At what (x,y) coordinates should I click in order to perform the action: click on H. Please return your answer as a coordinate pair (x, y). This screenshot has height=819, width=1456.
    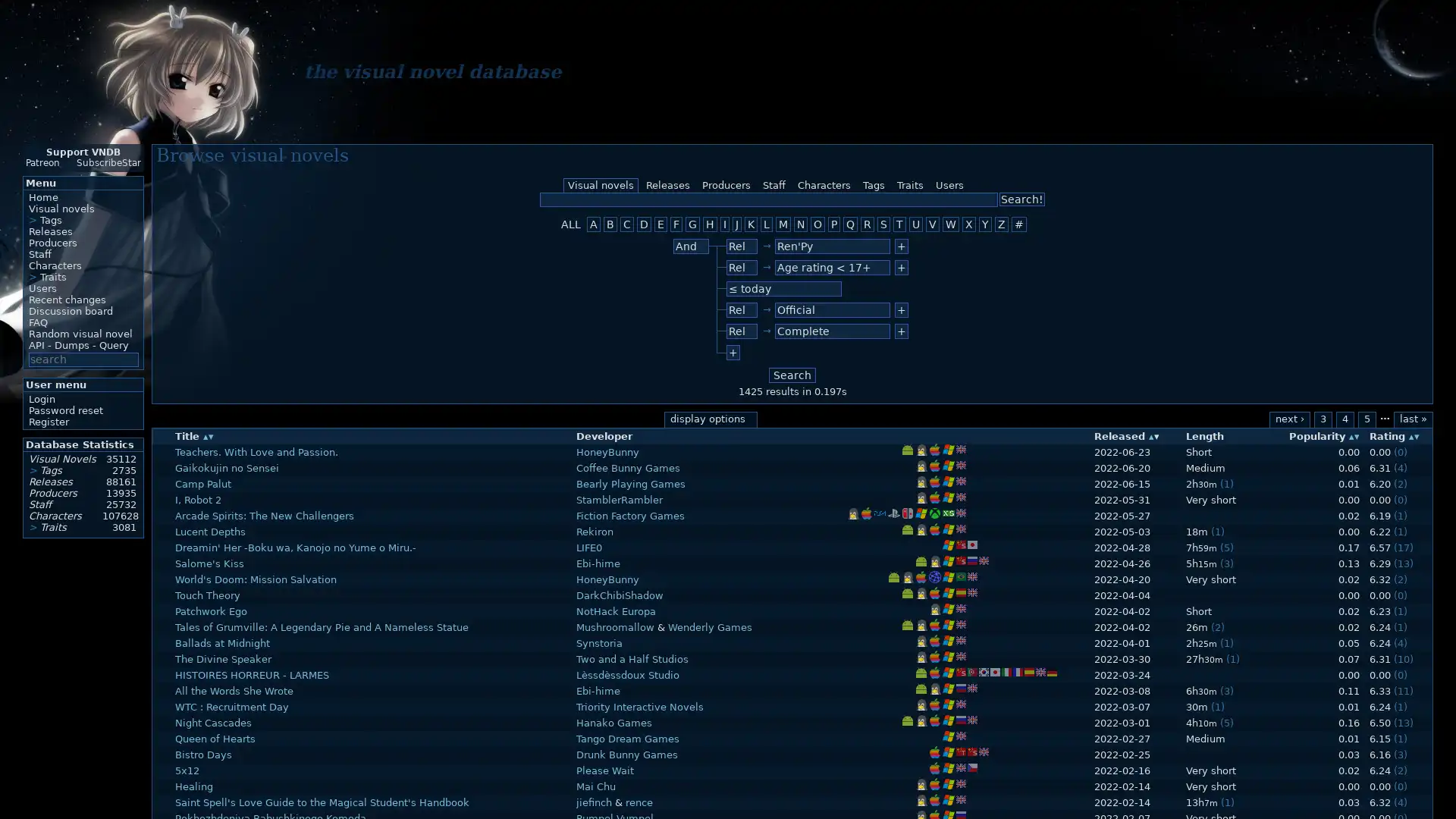
    Looking at the image, I should click on (709, 224).